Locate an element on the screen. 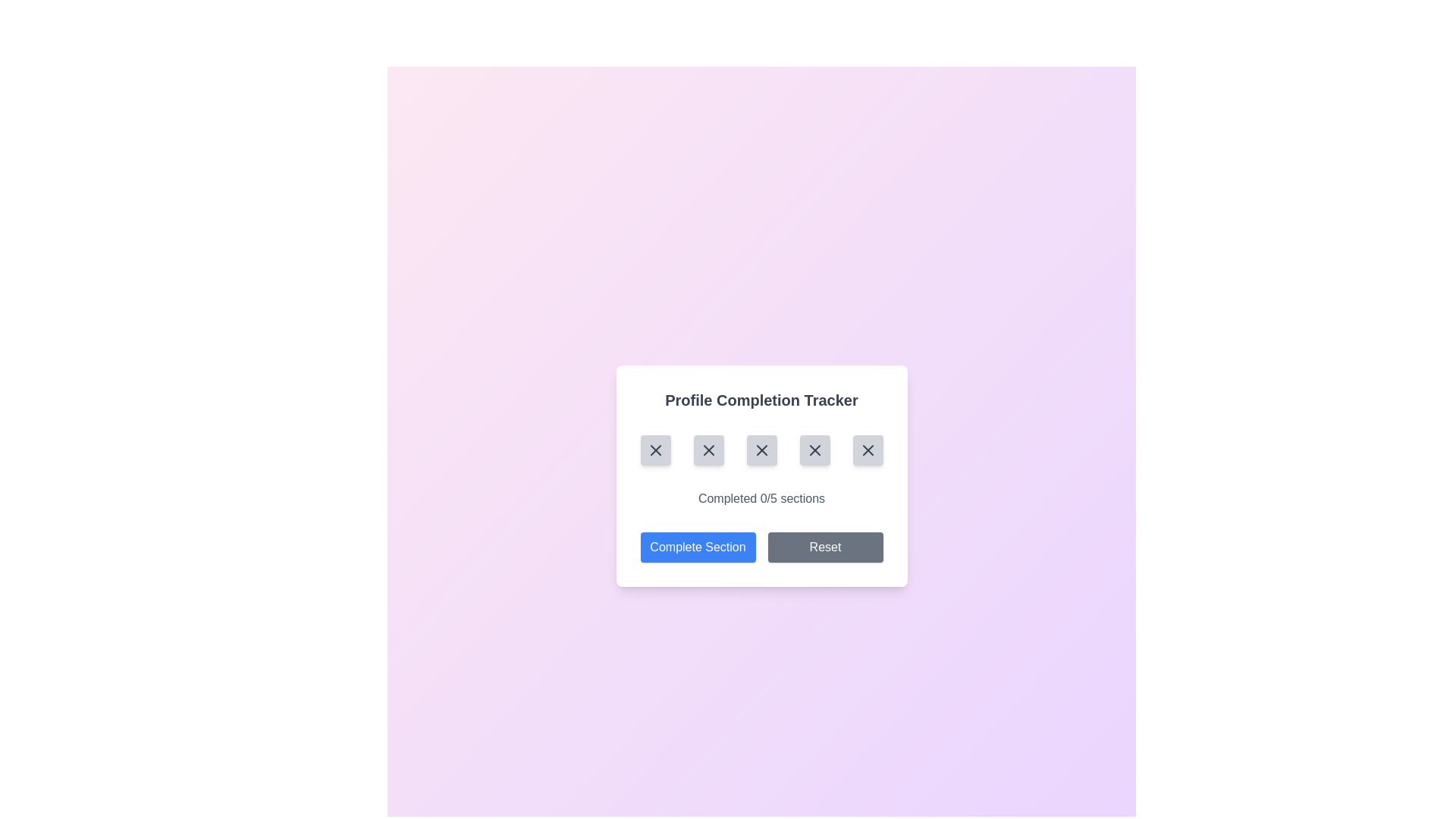 This screenshot has height=819, width=1456. the SVG icon styled as a cross symbol, which is located within the fourth button of a group of five buttons under the 'Profile Completion Tracker' header is located at coordinates (814, 450).